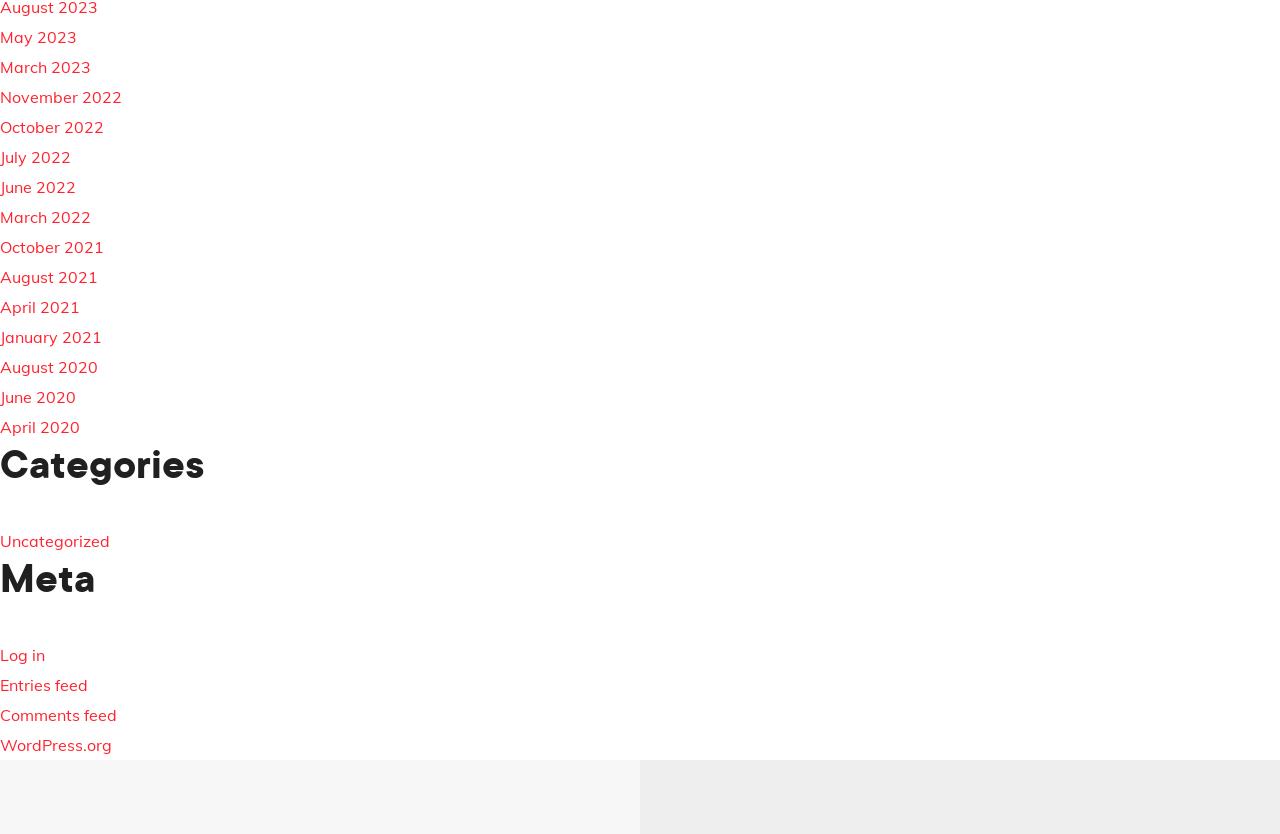 The height and width of the screenshot is (834, 1280). Describe the element at coordinates (49, 275) in the screenshot. I see `'August 2021'` at that location.